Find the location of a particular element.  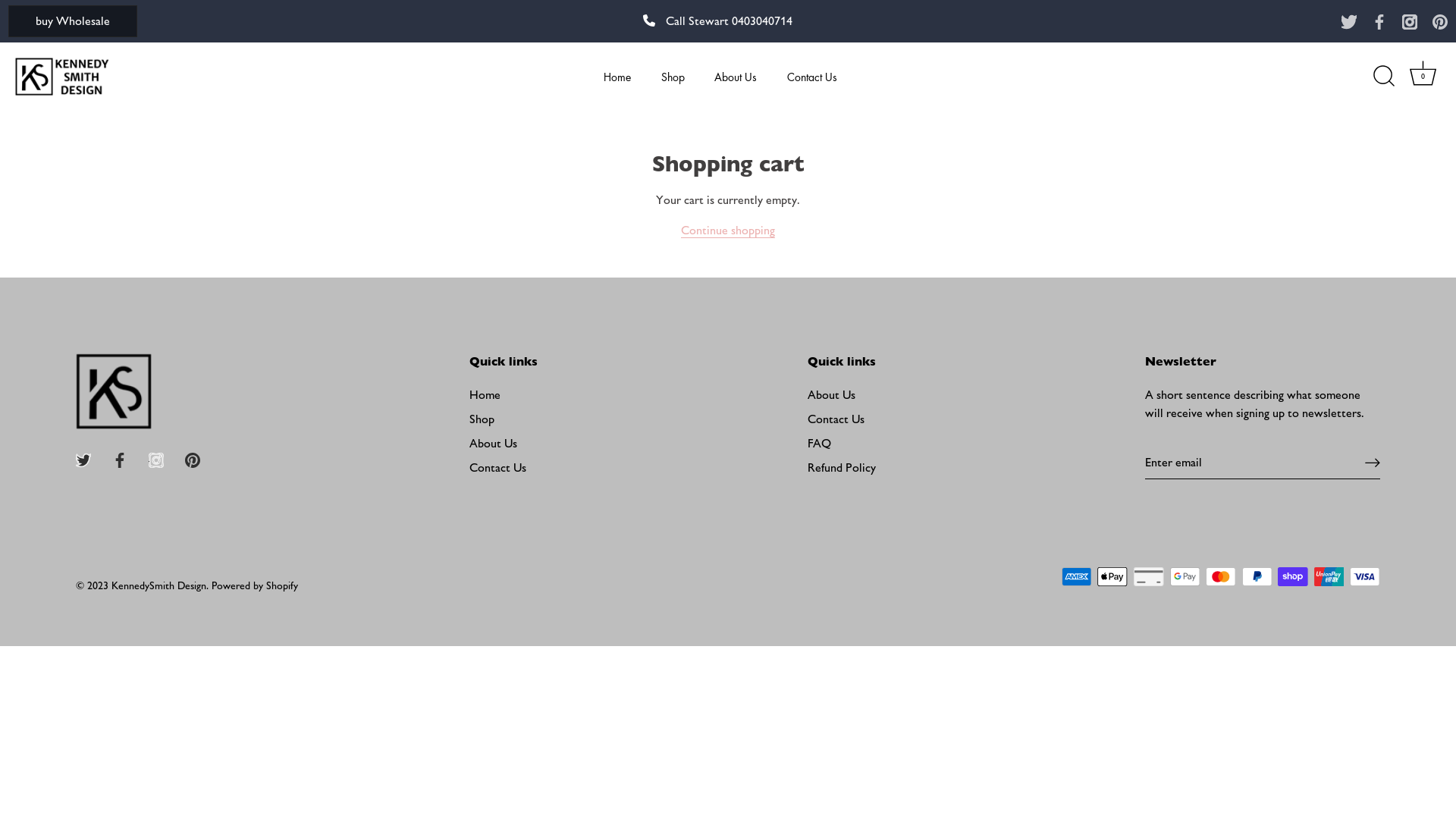

'Call Stewart 0403040714' is located at coordinates (717, 20).